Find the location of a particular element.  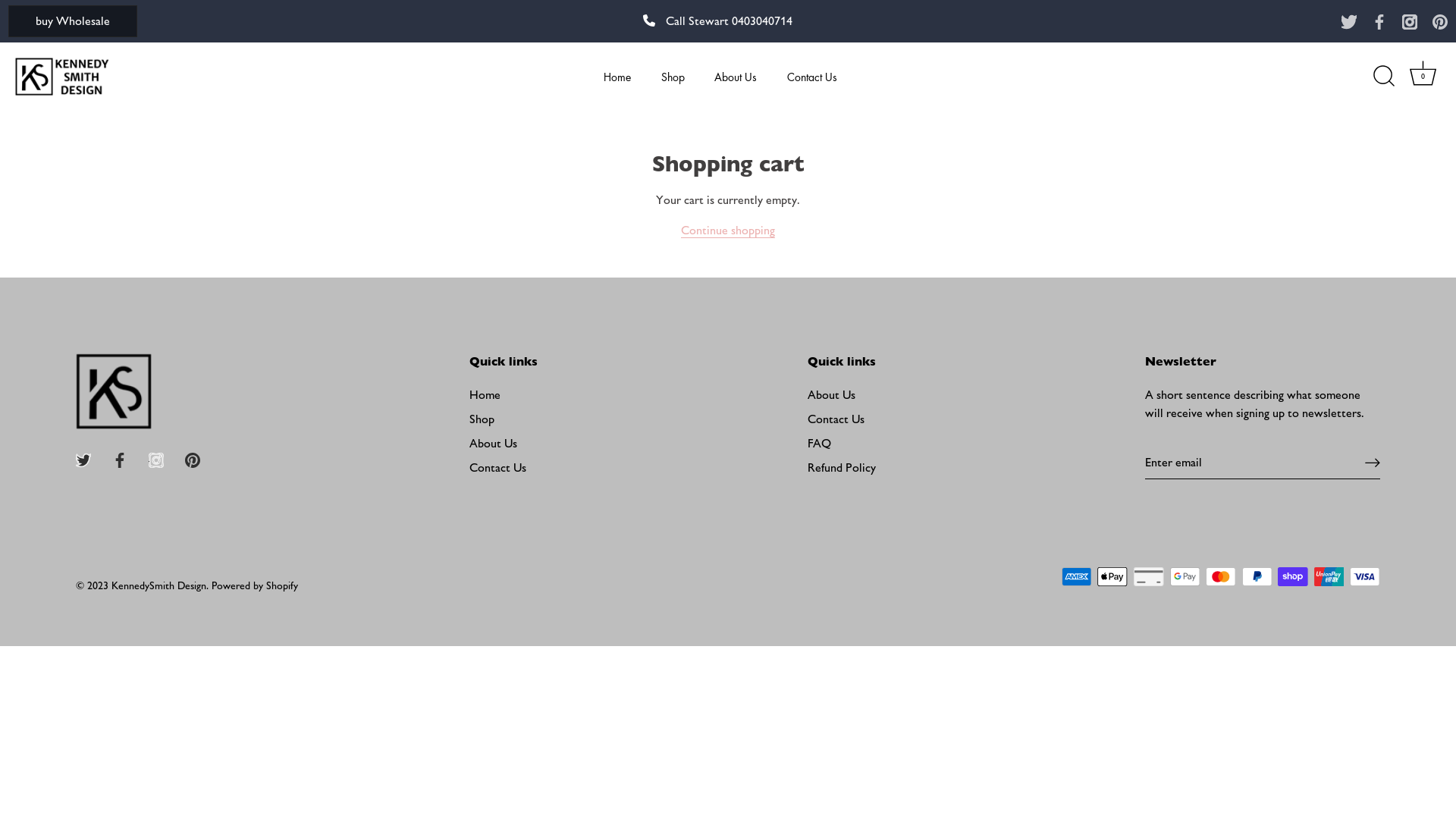

'Call Stewart 0403040714' is located at coordinates (717, 20).